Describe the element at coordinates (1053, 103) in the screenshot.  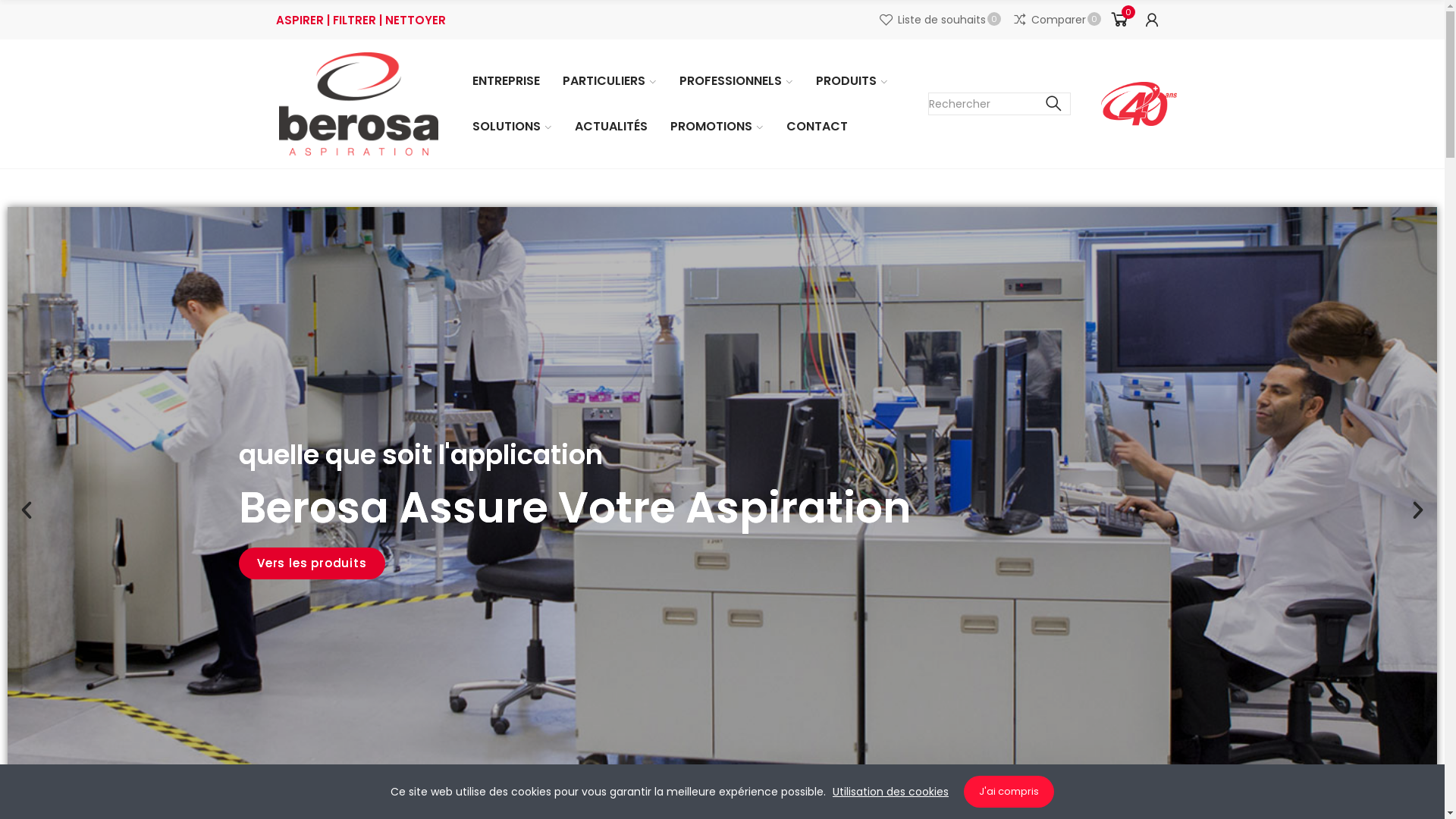
I see `'Chercher'` at that location.